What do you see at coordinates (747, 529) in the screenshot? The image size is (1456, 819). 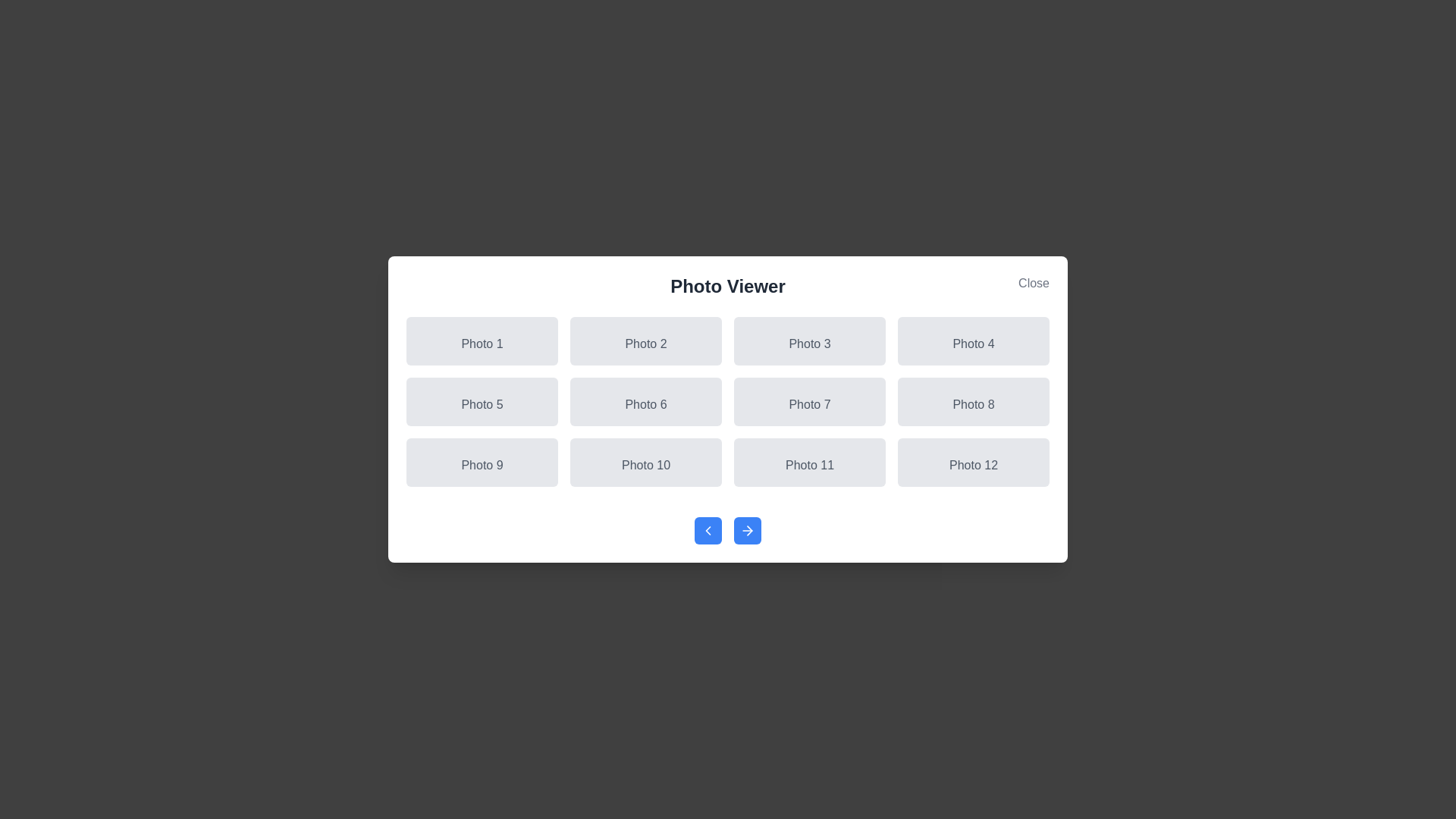 I see `the next navigation button to navigate through photos` at bounding box center [747, 529].